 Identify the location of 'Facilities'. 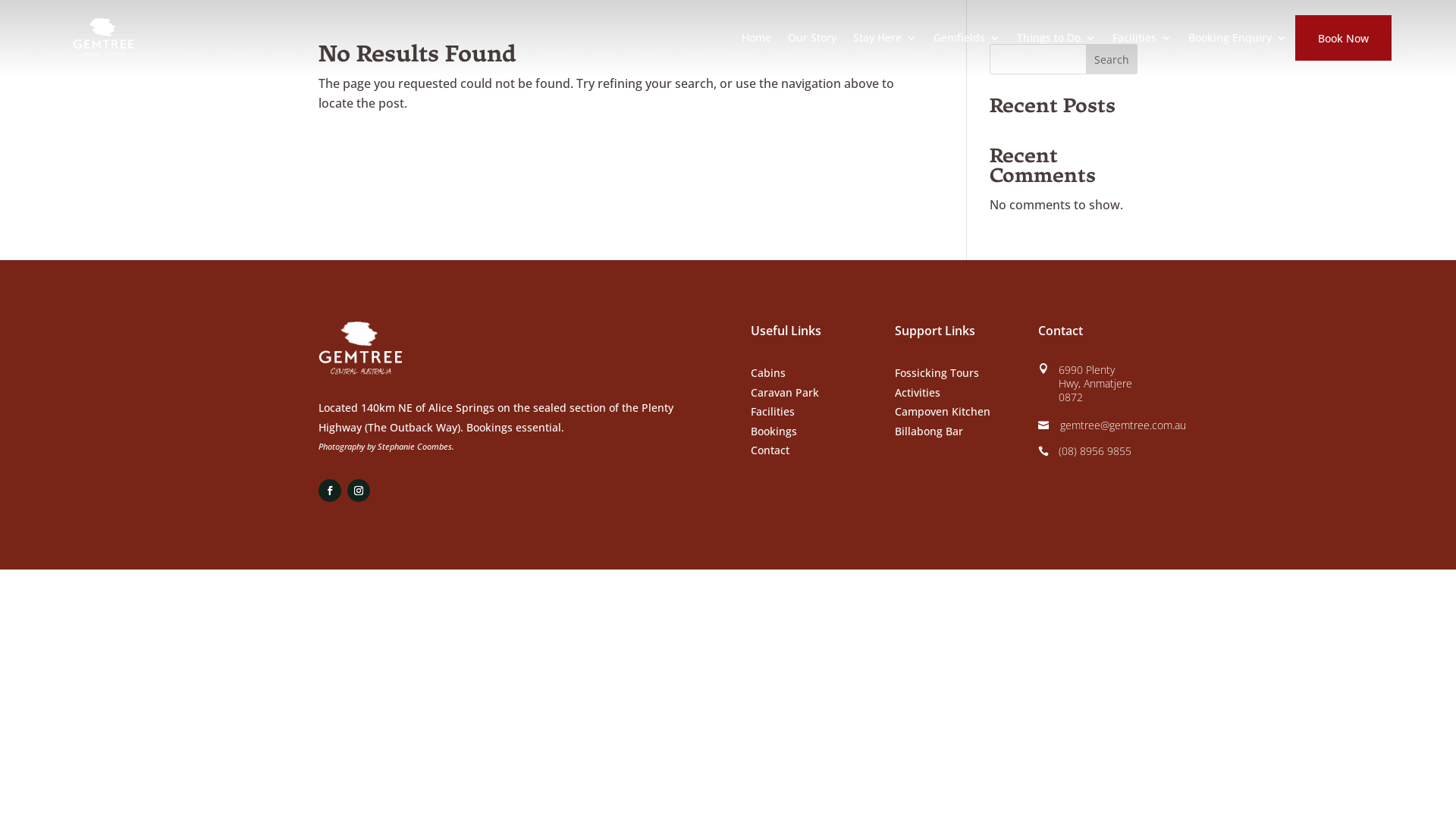
(772, 411).